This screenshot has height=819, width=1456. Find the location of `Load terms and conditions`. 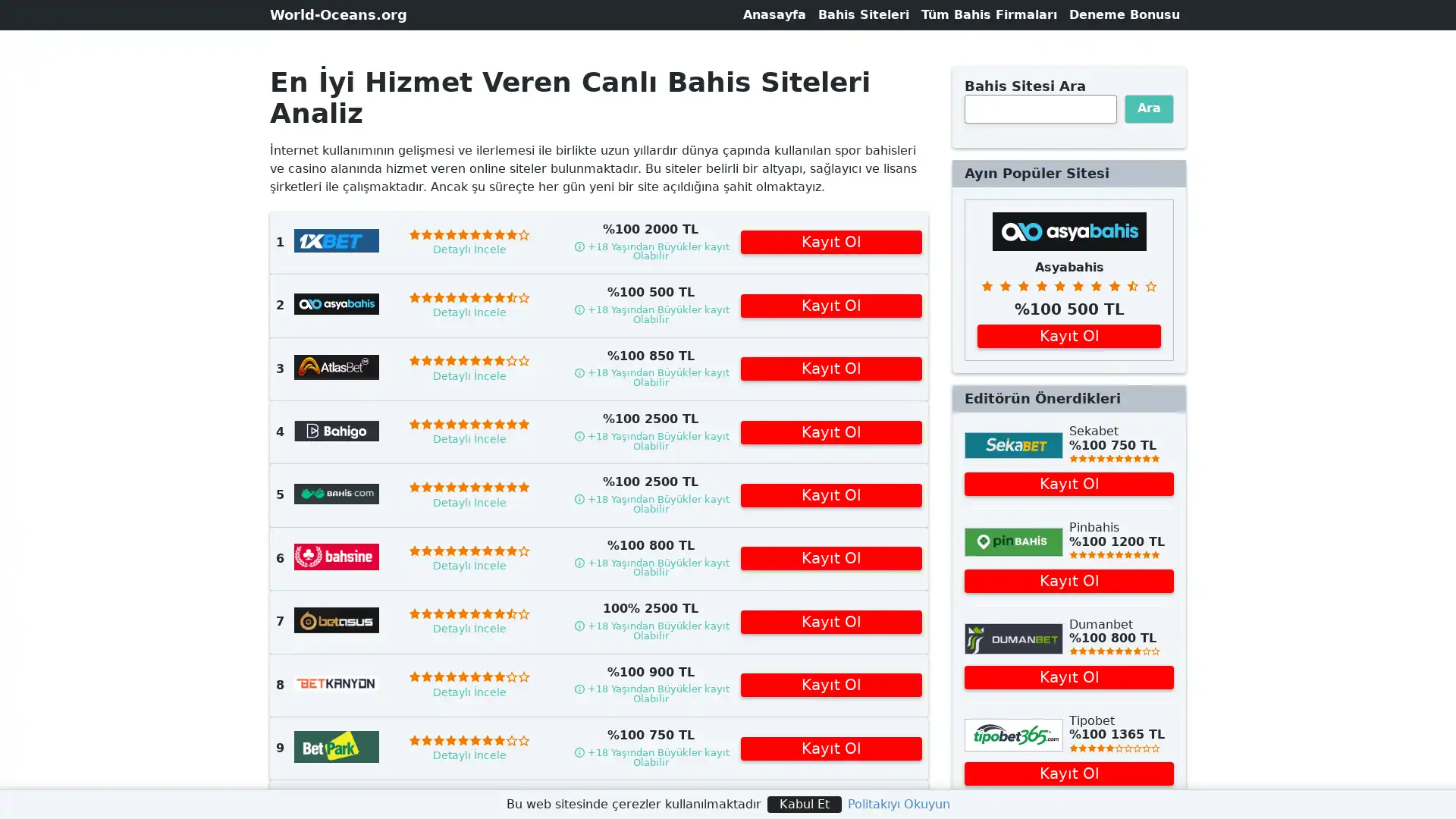

Load terms and conditions is located at coordinates (650, 312).